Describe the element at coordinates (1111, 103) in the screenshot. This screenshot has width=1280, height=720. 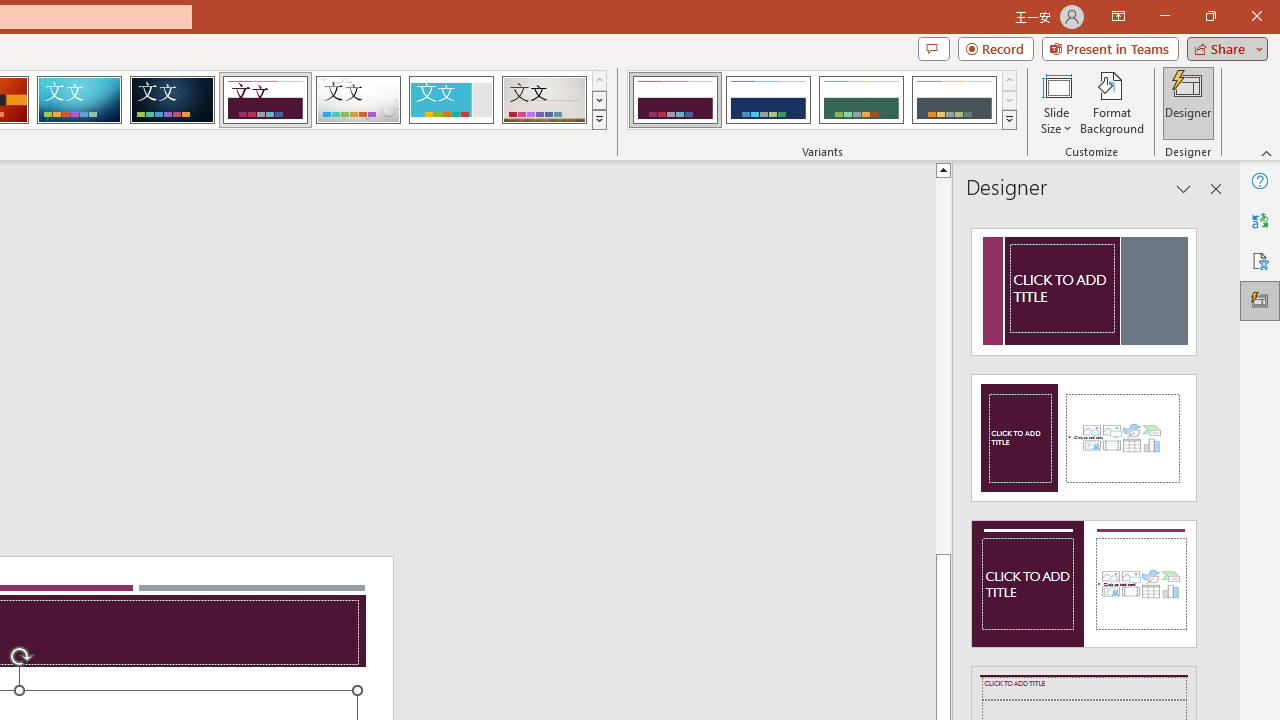
I see `'Format Background'` at that location.